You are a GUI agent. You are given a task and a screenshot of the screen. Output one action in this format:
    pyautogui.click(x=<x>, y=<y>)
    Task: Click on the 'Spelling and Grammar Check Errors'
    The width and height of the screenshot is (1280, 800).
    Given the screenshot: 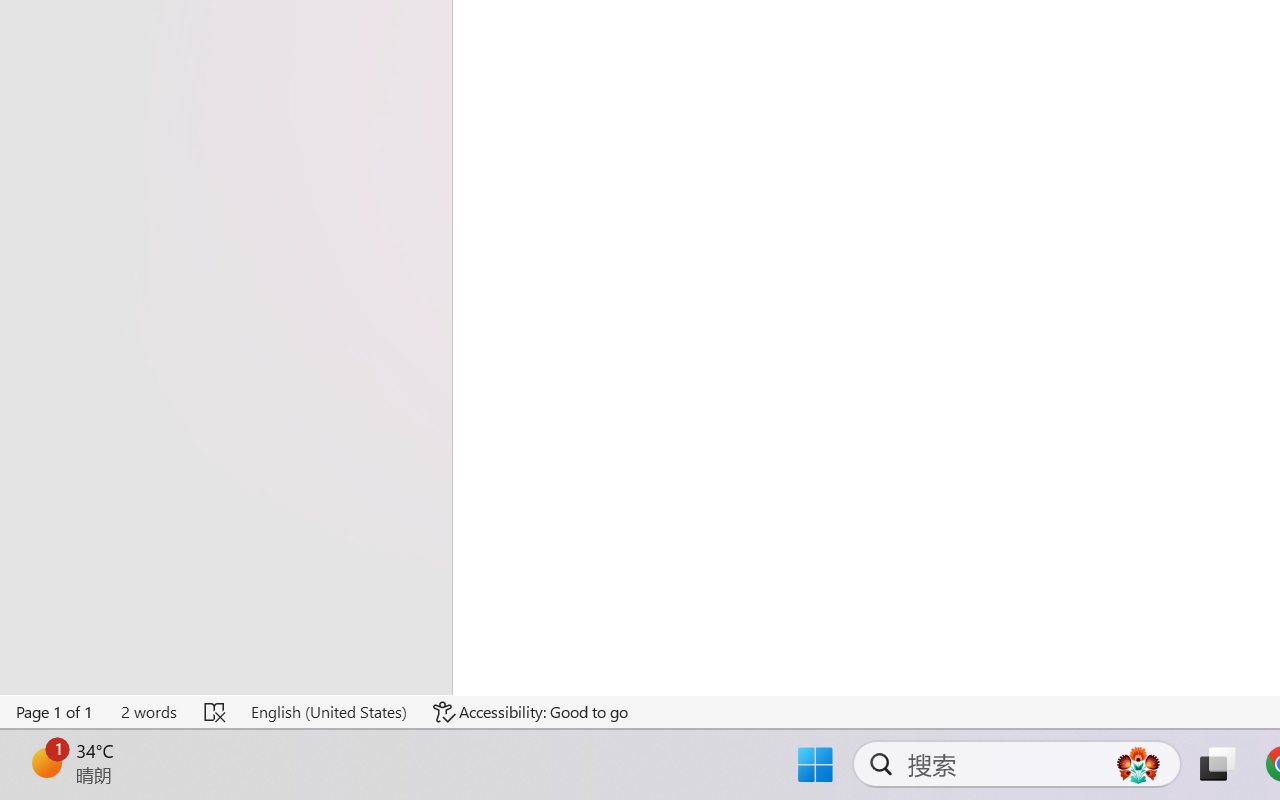 What is the action you would take?
    pyautogui.click(x=216, y=711)
    